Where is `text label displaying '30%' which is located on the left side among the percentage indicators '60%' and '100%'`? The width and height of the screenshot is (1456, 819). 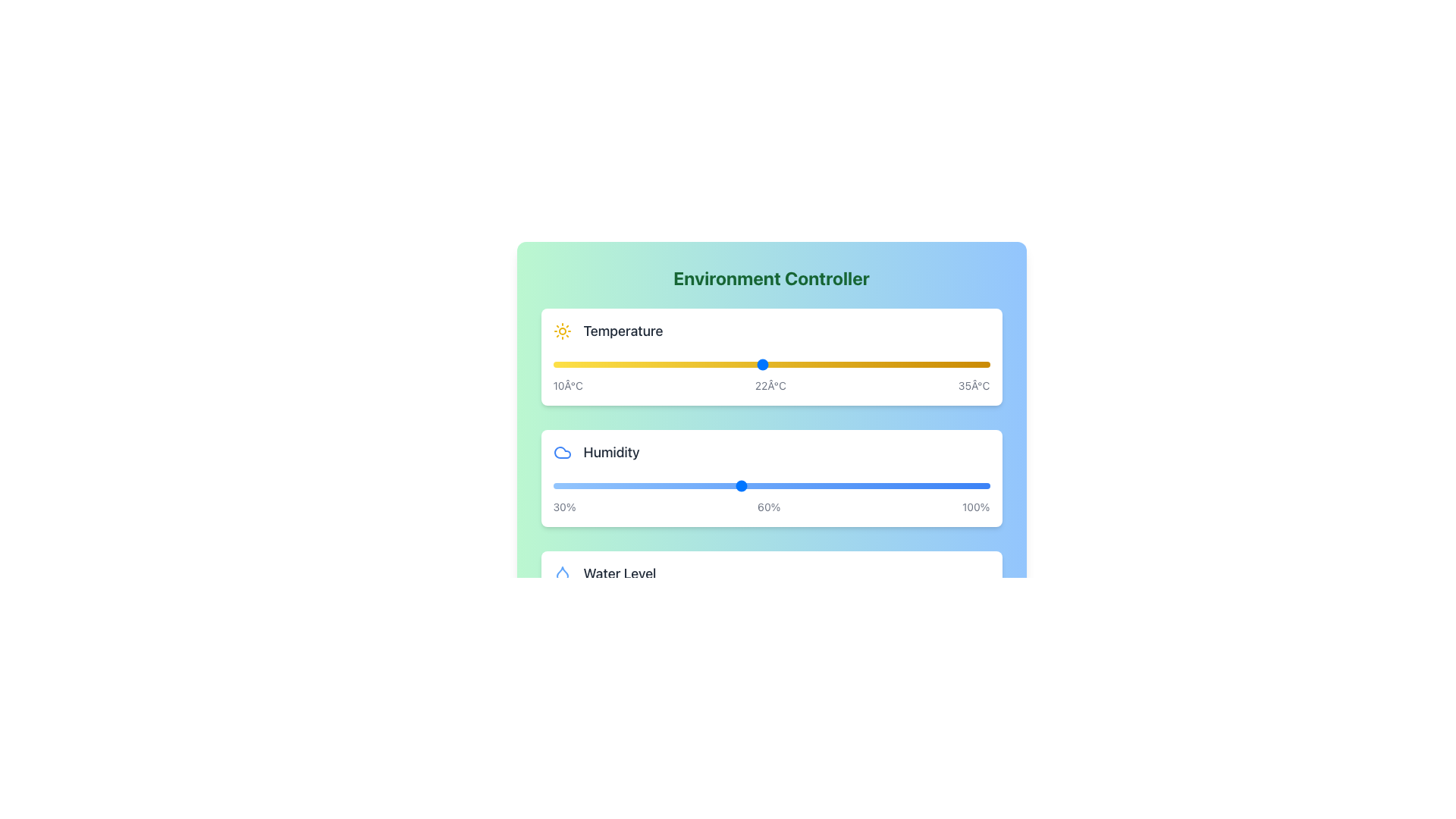
text label displaying '30%' which is located on the left side among the percentage indicators '60%' and '100%' is located at coordinates (563, 507).